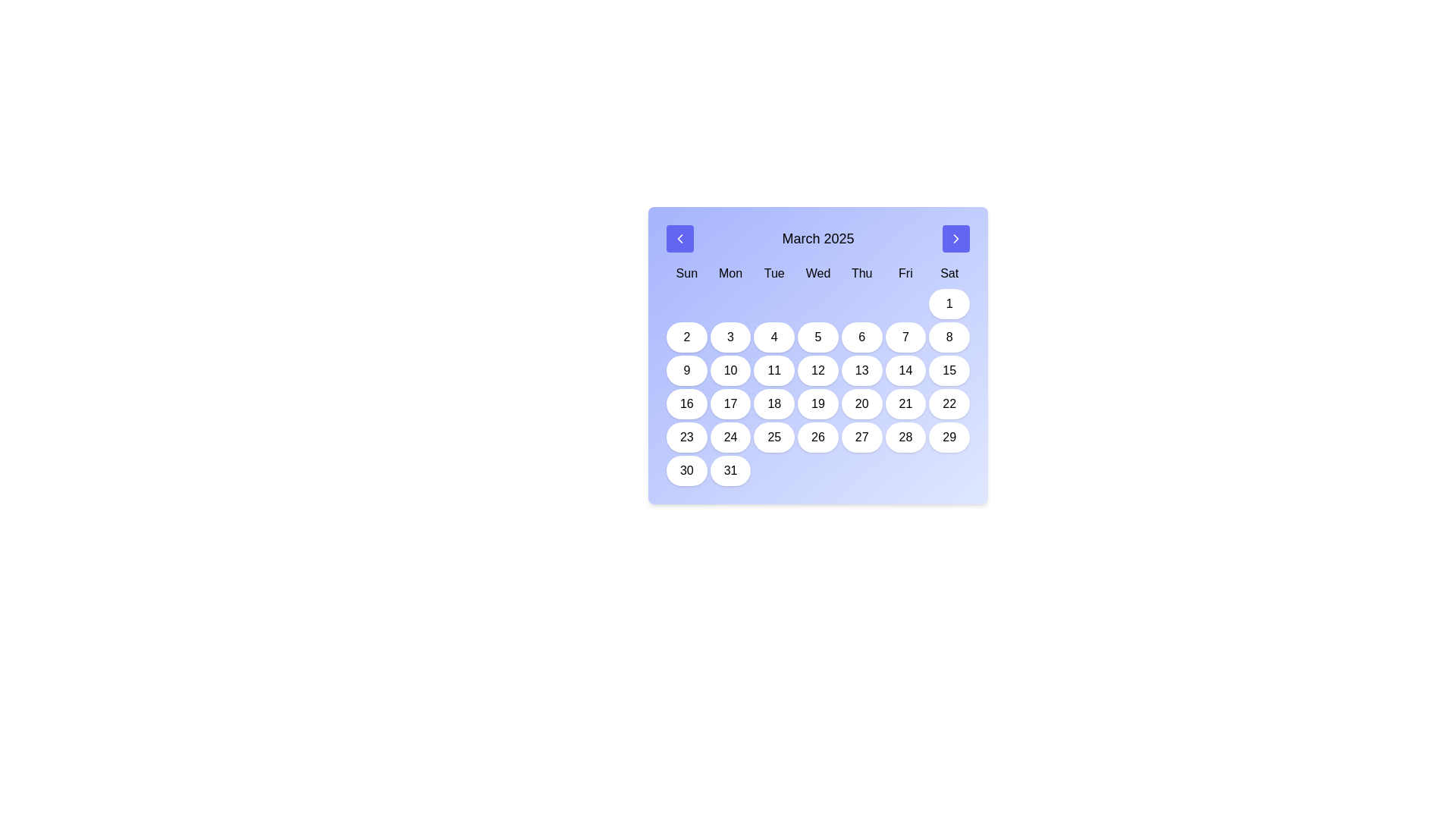 This screenshot has width=1456, height=819. What do you see at coordinates (774, 336) in the screenshot?
I see `the button representing the date '4' in the calendar interface located at the second row and third column to trigger a hover effect` at bounding box center [774, 336].